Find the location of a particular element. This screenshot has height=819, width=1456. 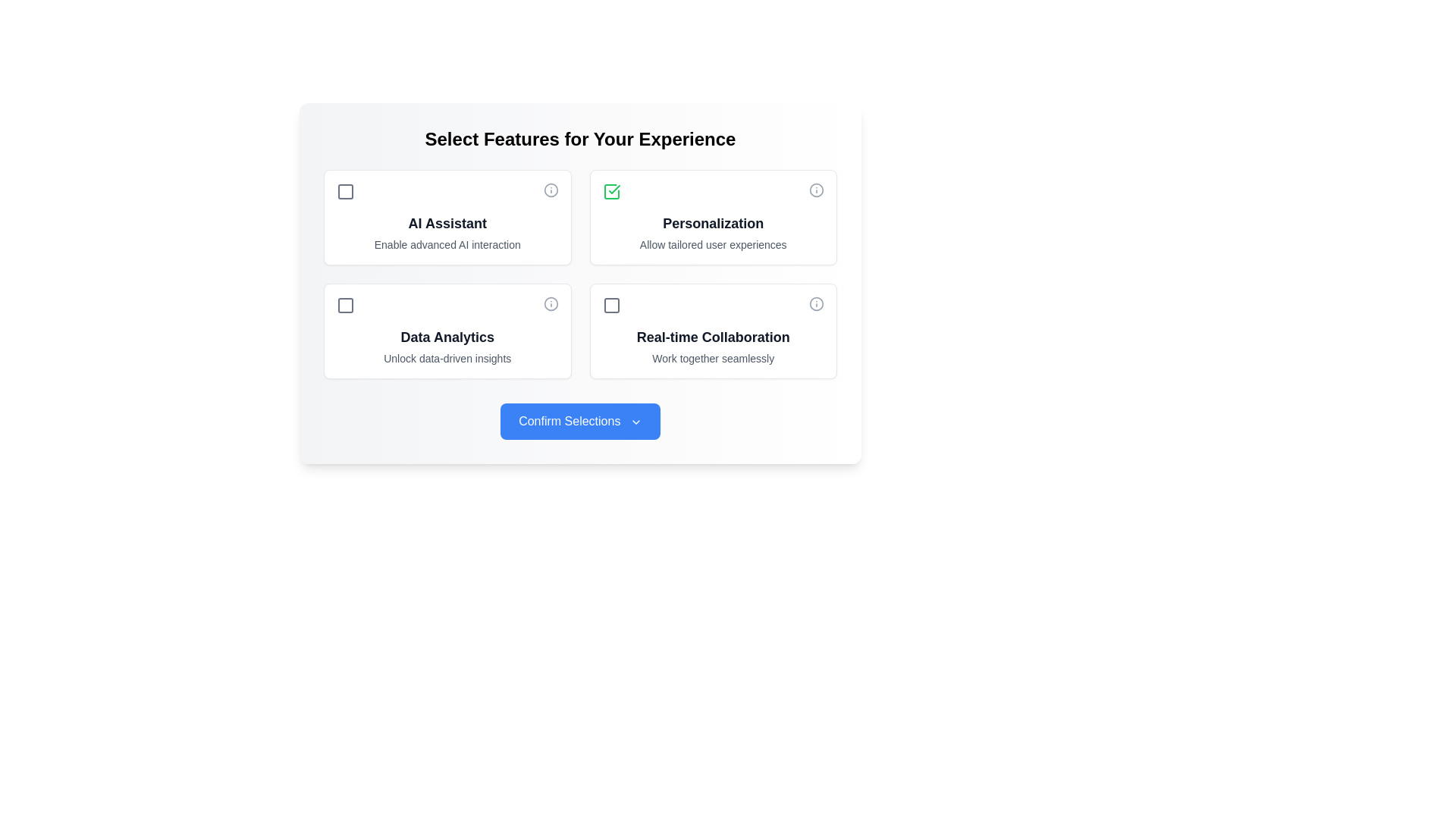

the green checkbox mark styled as a sharp checkmark within the 'Personalization' feature card in the feature selection modal is located at coordinates (614, 189).